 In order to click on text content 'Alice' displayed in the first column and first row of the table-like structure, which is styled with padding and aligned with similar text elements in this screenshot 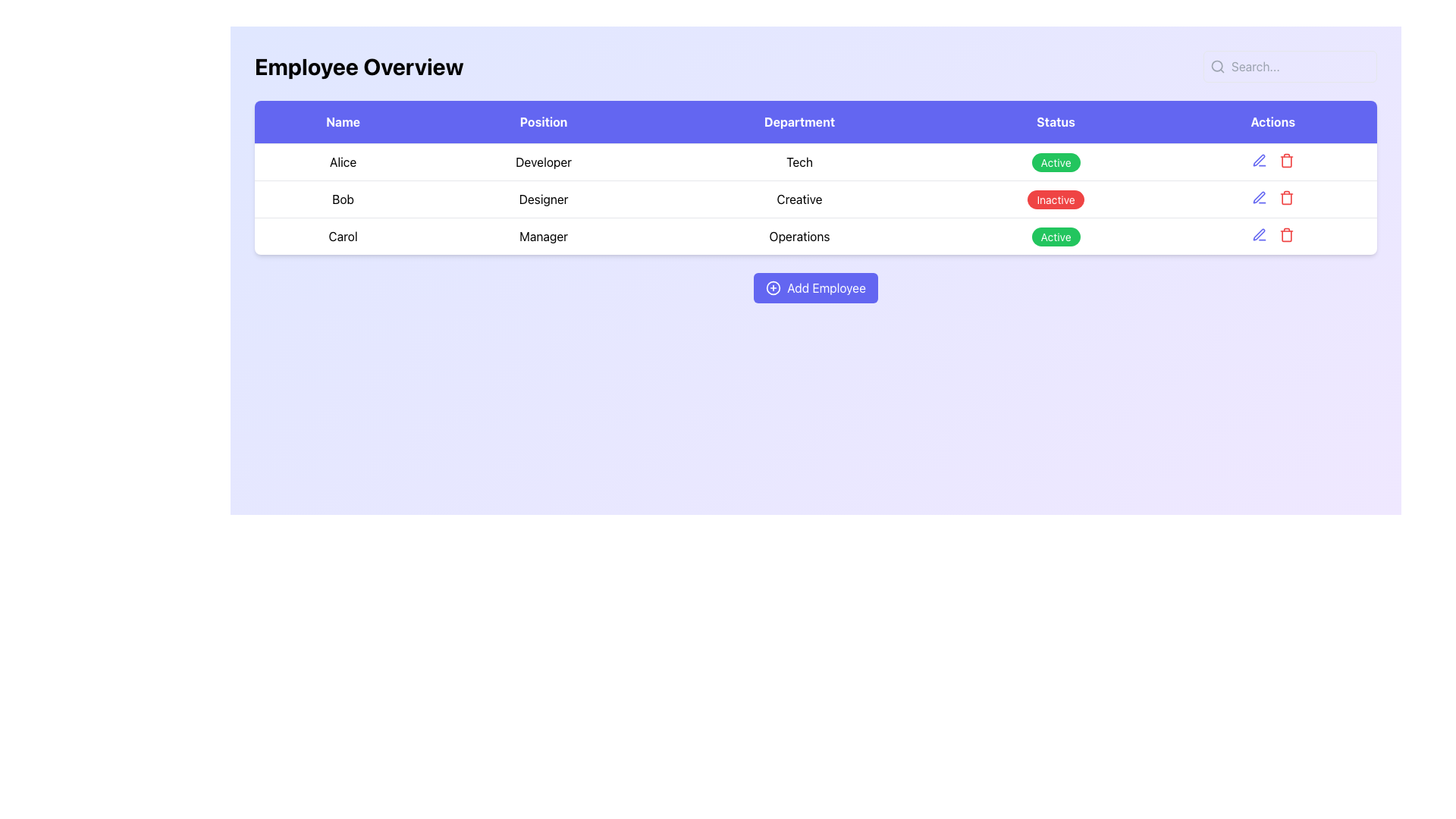, I will do `click(342, 162)`.